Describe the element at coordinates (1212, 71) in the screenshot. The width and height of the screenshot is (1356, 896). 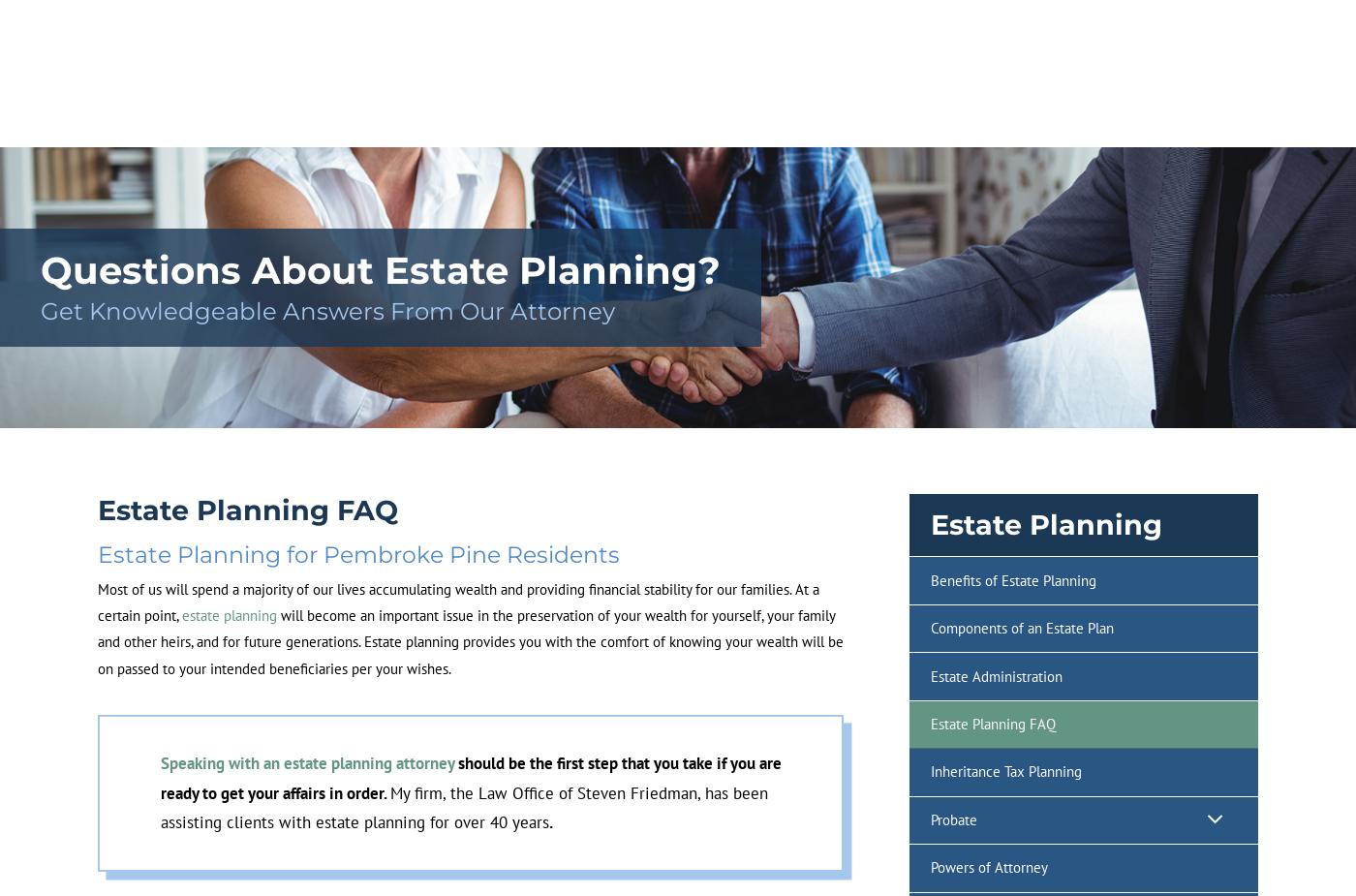
I see `'954.228.6126'` at that location.